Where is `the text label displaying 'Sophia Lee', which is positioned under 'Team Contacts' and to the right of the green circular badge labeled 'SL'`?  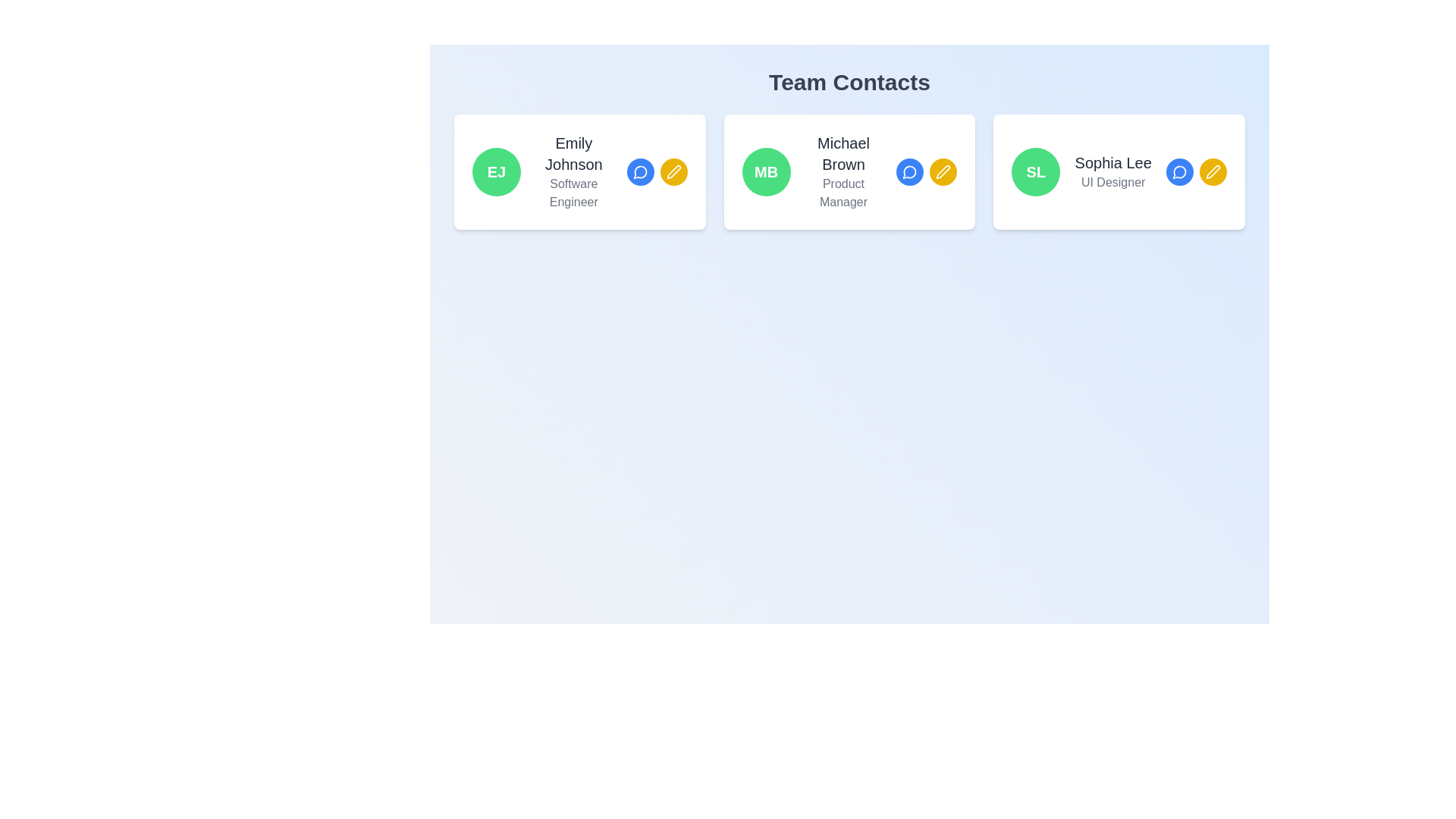 the text label displaying 'Sophia Lee', which is positioned under 'Team Contacts' and to the right of the green circular badge labeled 'SL' is located at coordinates (1113, 163).